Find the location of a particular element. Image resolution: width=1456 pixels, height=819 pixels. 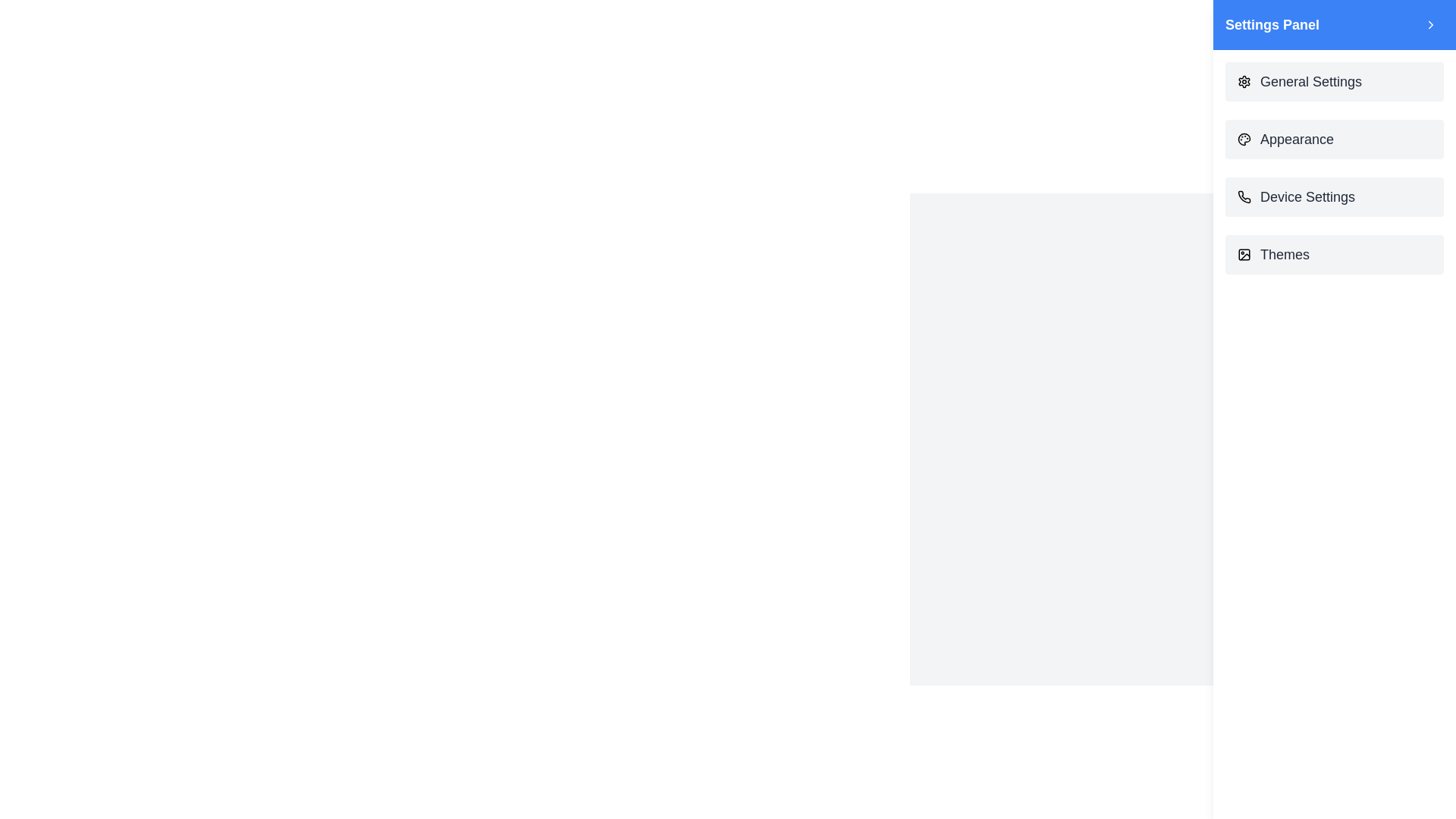

the 'Appearance' text label element in the navigation panel, which is displayed in a medium-sized sans-serif font and dark gray color is located at coordinates (1296, 140).